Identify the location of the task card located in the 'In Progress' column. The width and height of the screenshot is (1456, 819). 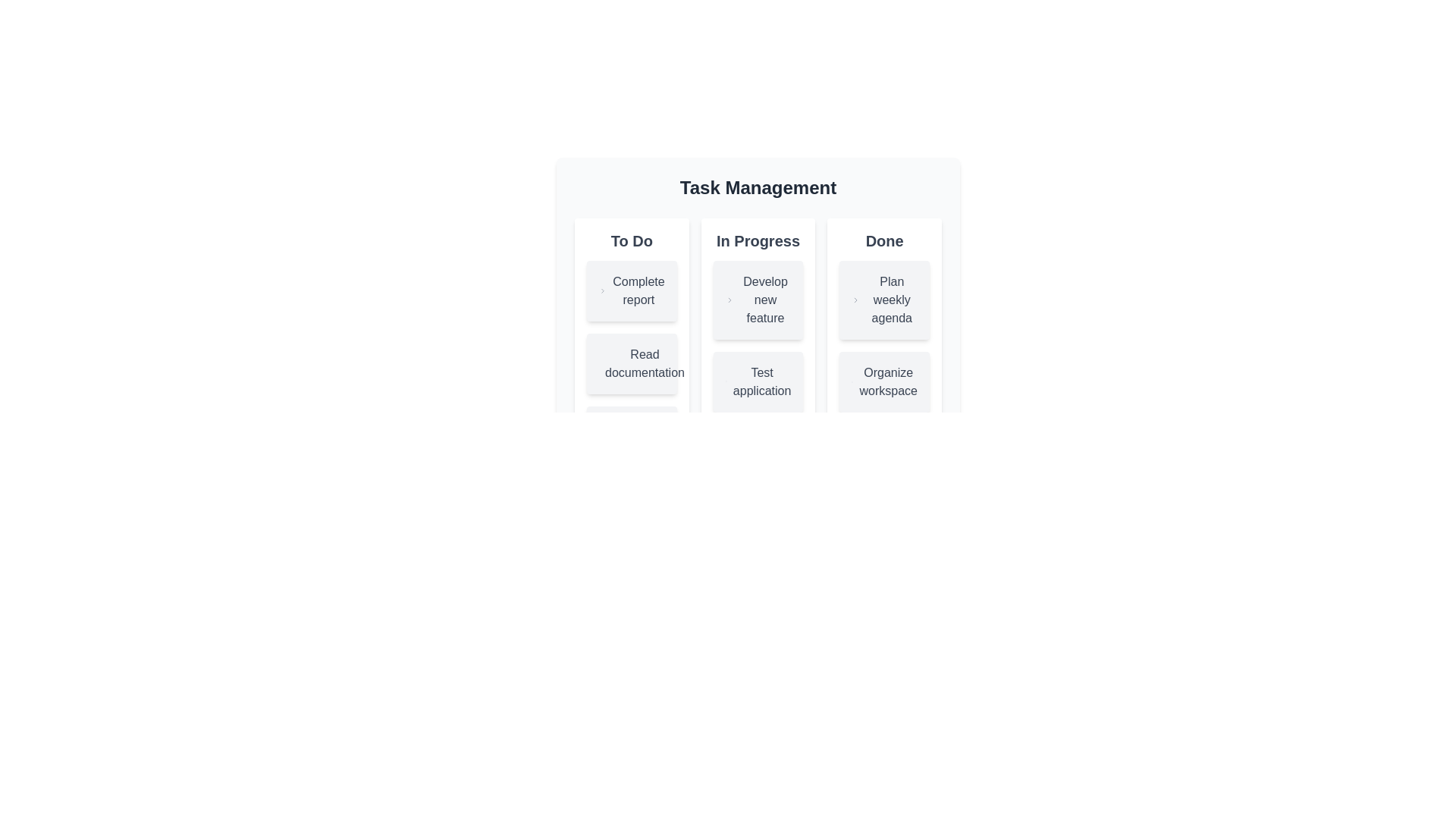
(758, 335).